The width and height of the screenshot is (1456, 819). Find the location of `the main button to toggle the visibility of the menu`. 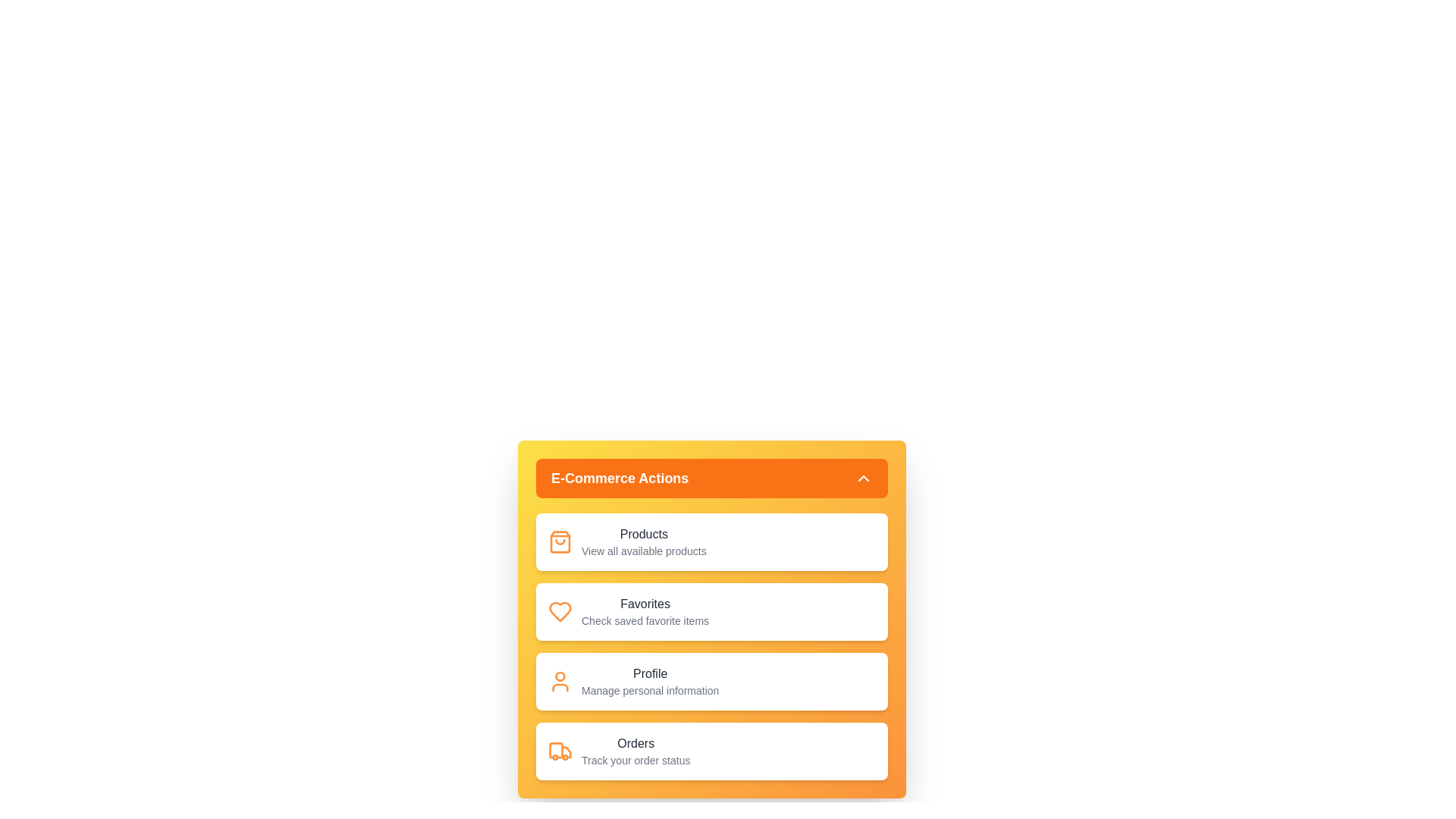

the main button to toggle the visibility of the menu is located at coordinates (711, 479).